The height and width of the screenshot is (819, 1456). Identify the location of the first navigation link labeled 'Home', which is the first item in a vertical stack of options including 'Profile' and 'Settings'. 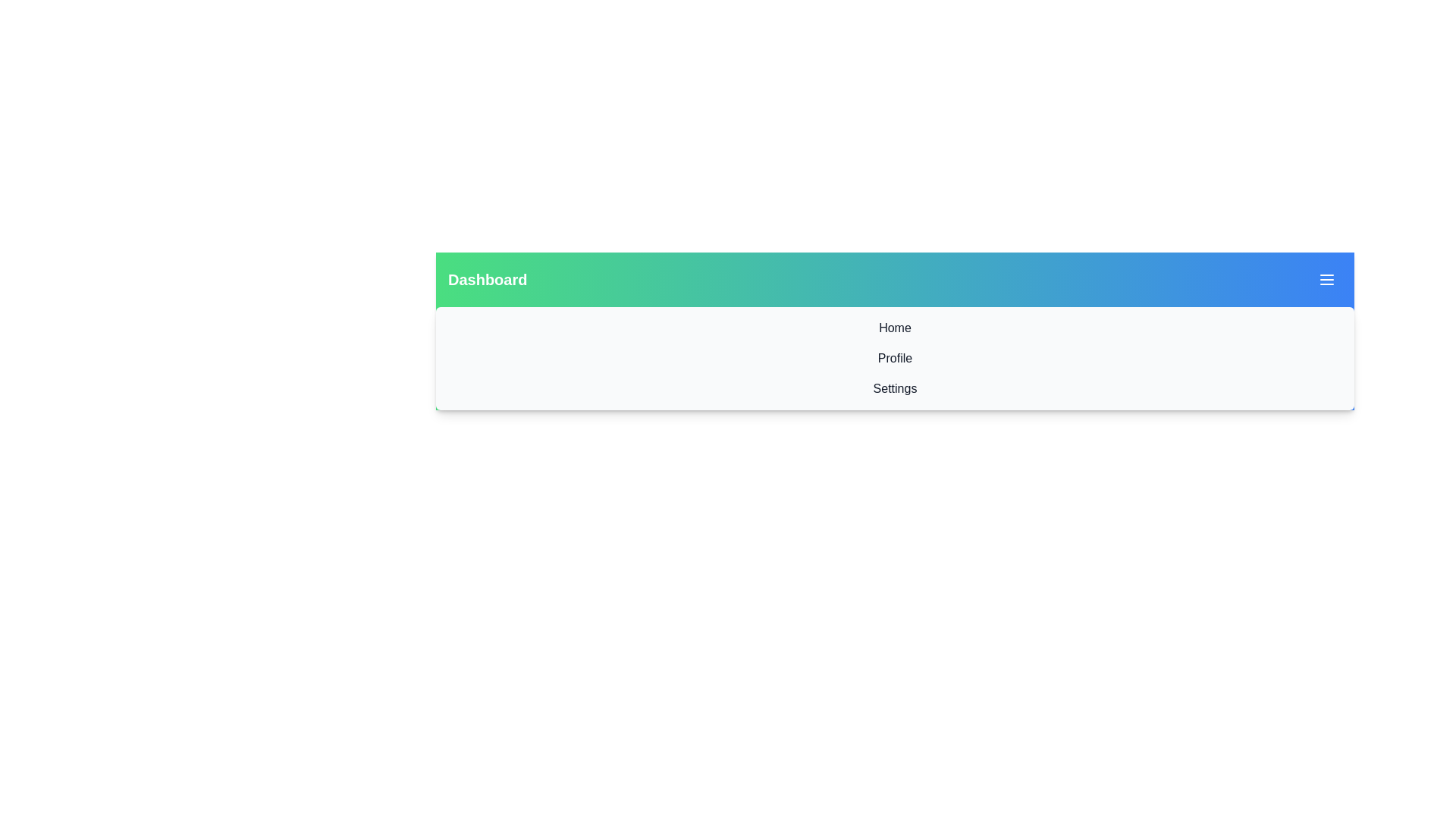
(895, 327).